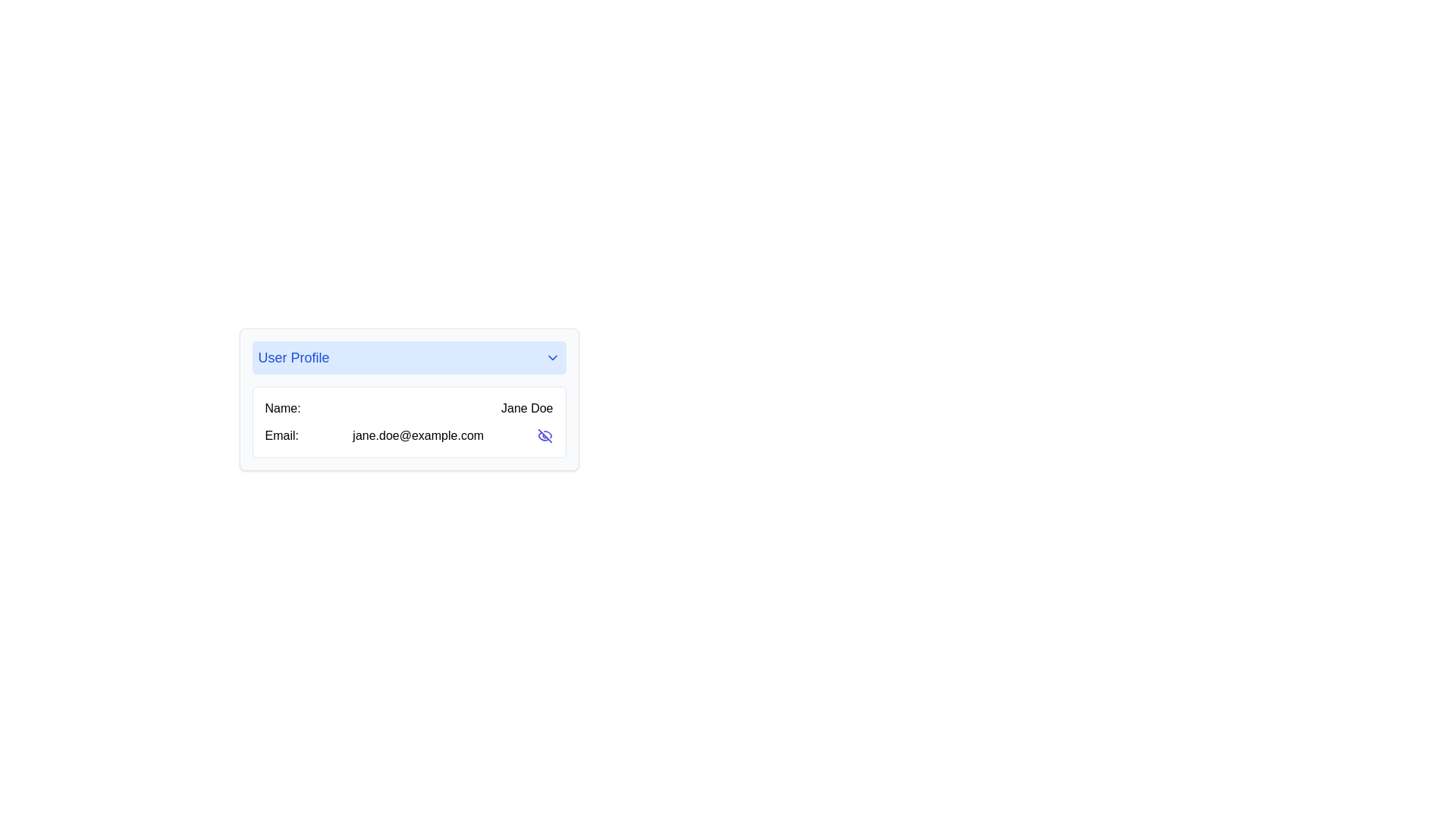  What do you see at coordinates (527, 408) in the screenshot?
I see `the text label displaying the user's name 'Jane Doe' in the user profile section, which is located to the right of the label 'Name:'` at bounding box center [527, 408].